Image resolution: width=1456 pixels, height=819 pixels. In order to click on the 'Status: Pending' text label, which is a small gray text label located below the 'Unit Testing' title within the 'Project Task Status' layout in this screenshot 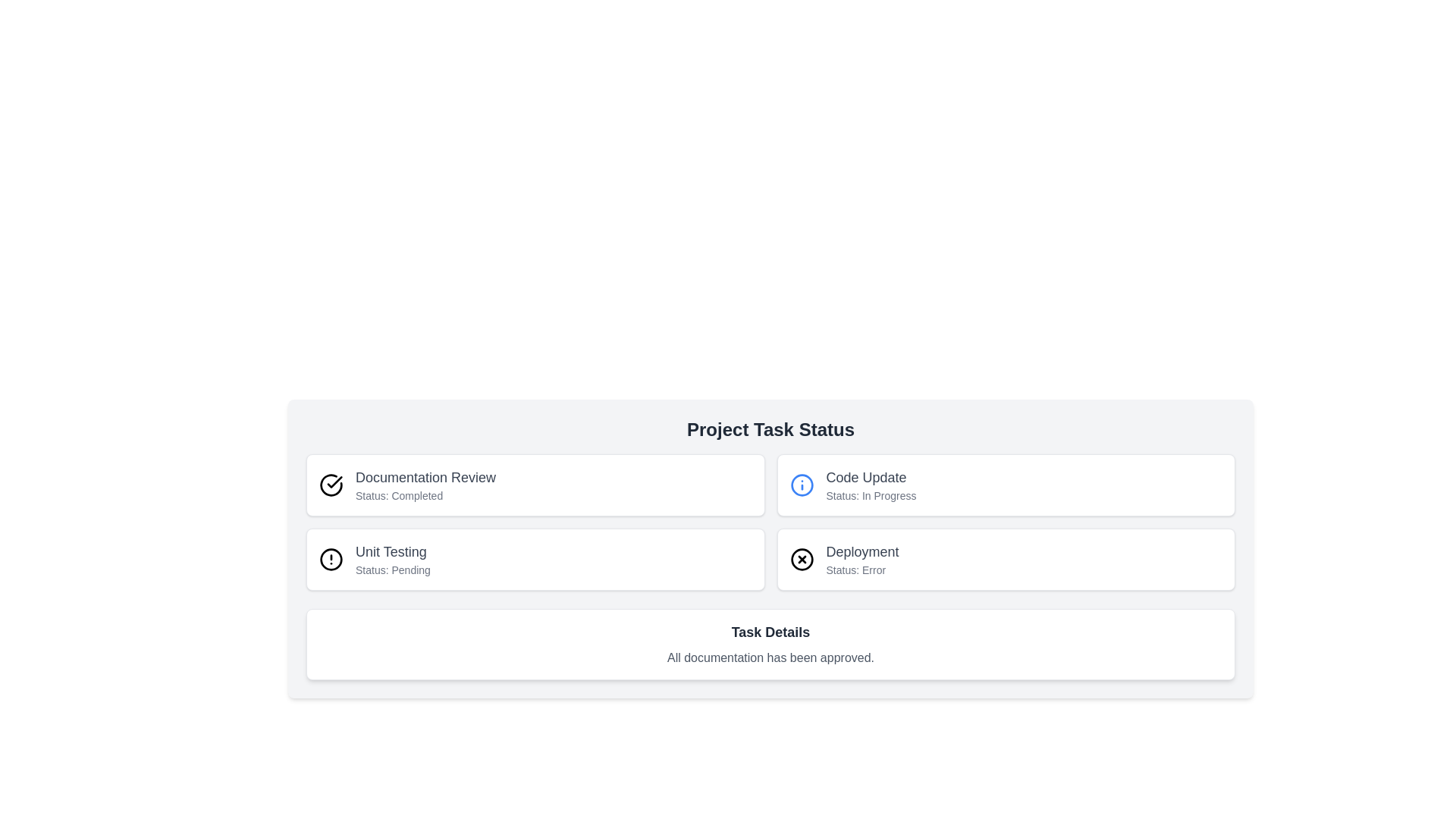, I will do `click(393, 570)`.